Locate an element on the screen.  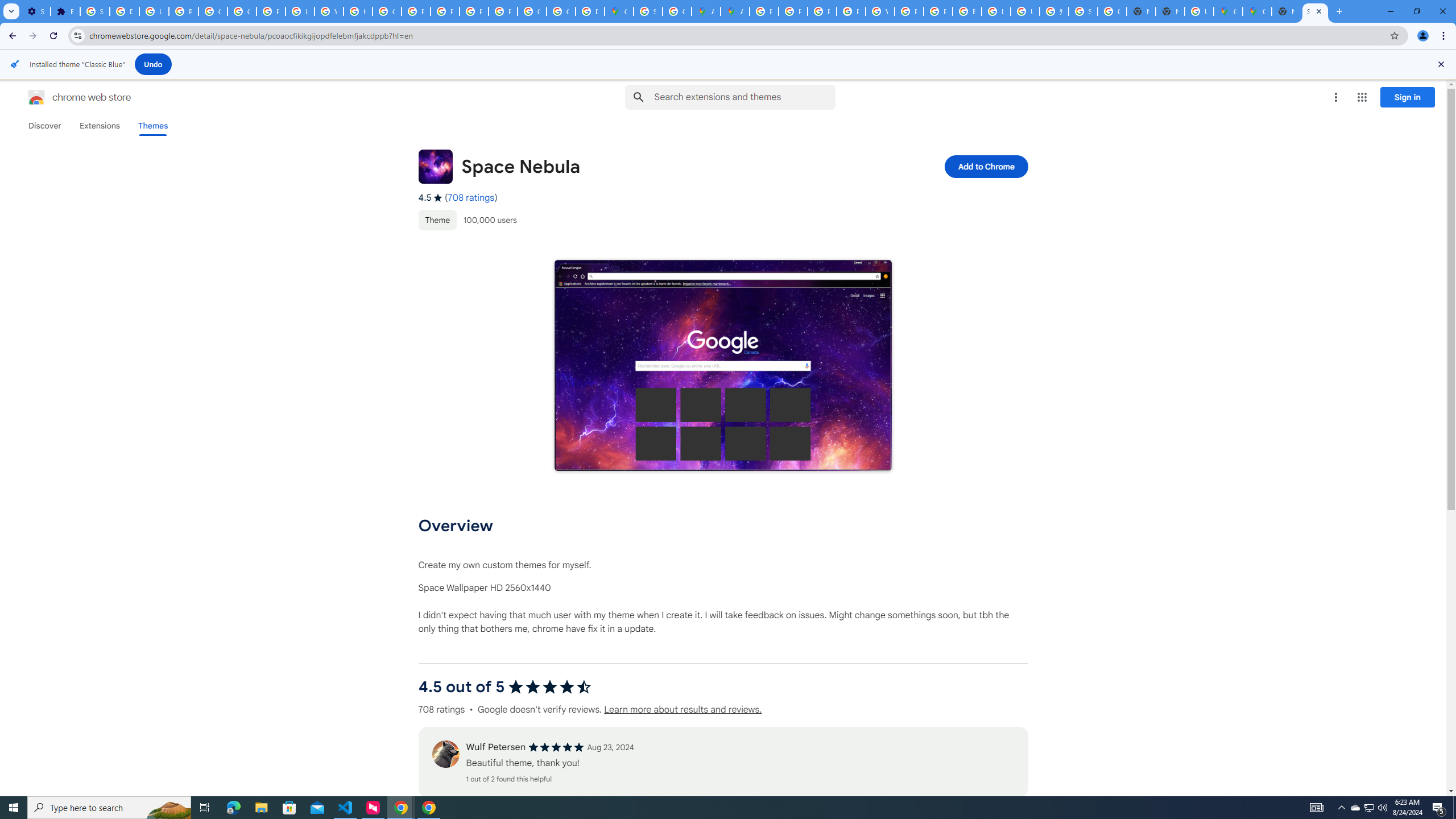
'YouTube' is located at coordinates (879, 11).